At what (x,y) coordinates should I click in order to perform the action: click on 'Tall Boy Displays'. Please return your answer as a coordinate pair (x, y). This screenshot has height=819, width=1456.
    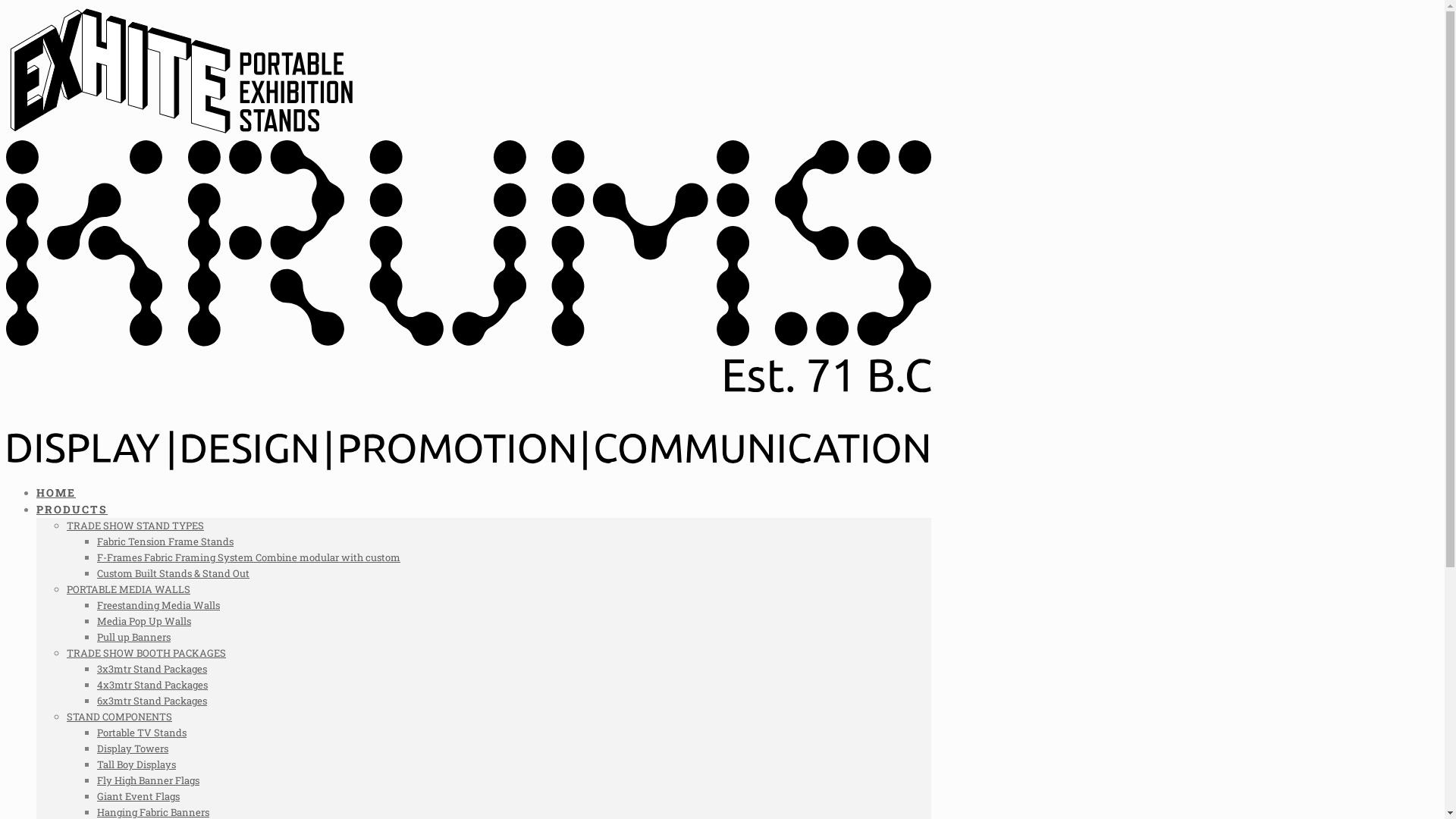
    Looking at the image, I should click on (136, 764).